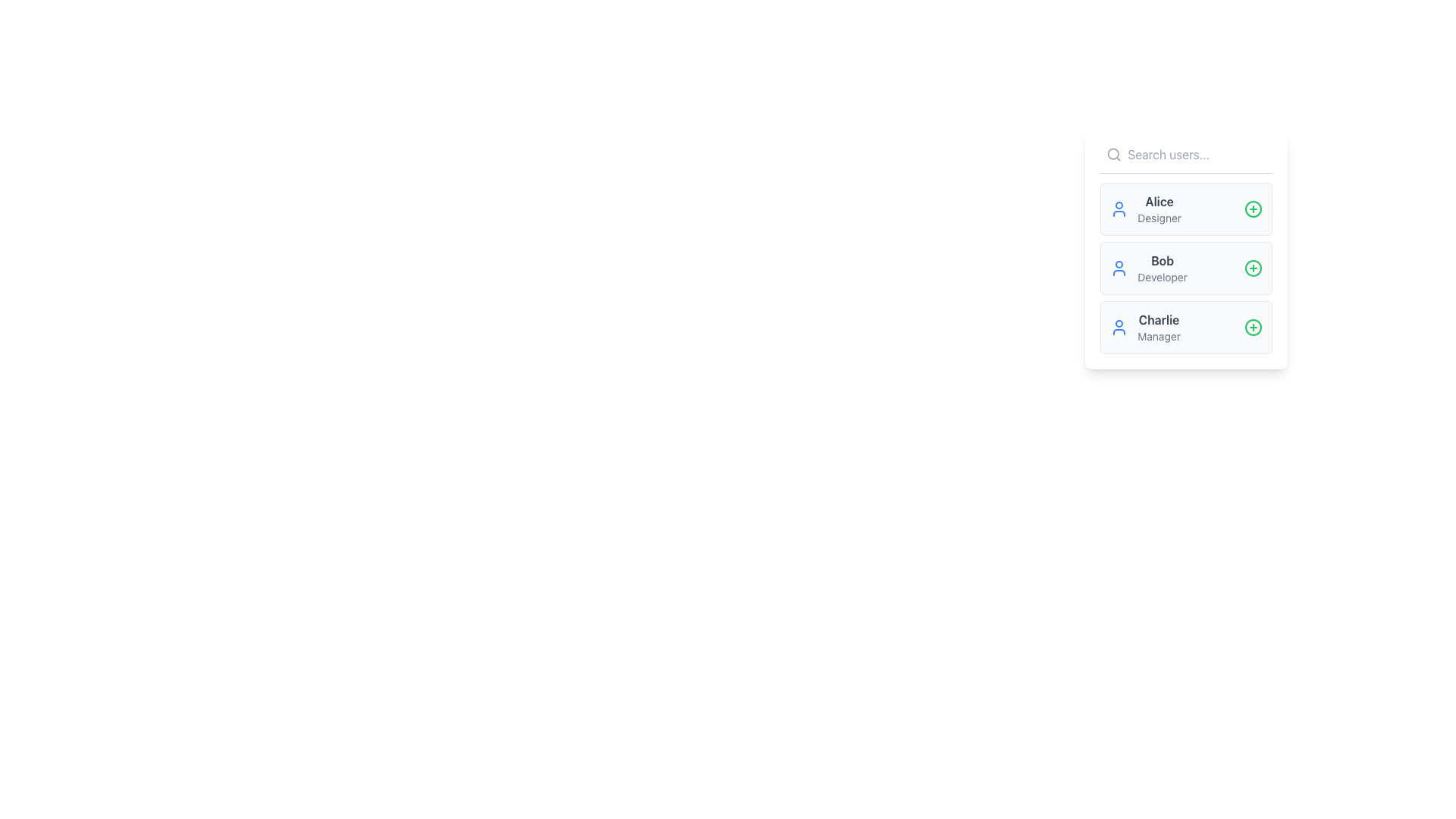  Describe the element at coordinates (1119, 209) in the screenshot. I see `the user icon with a blue outline next to 'Alice' the Designer in the user list` at that location.